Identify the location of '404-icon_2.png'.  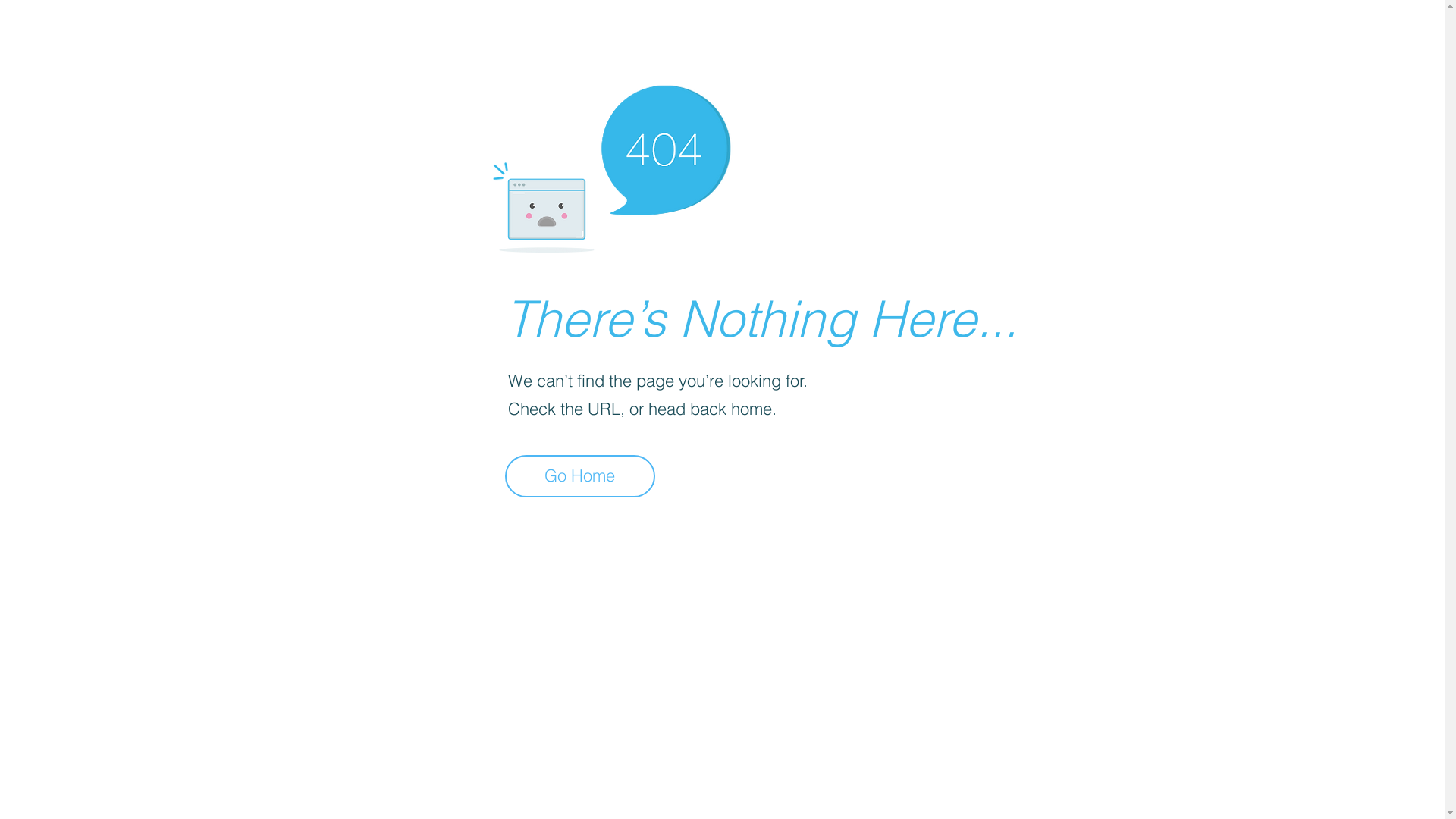
(610, 165).